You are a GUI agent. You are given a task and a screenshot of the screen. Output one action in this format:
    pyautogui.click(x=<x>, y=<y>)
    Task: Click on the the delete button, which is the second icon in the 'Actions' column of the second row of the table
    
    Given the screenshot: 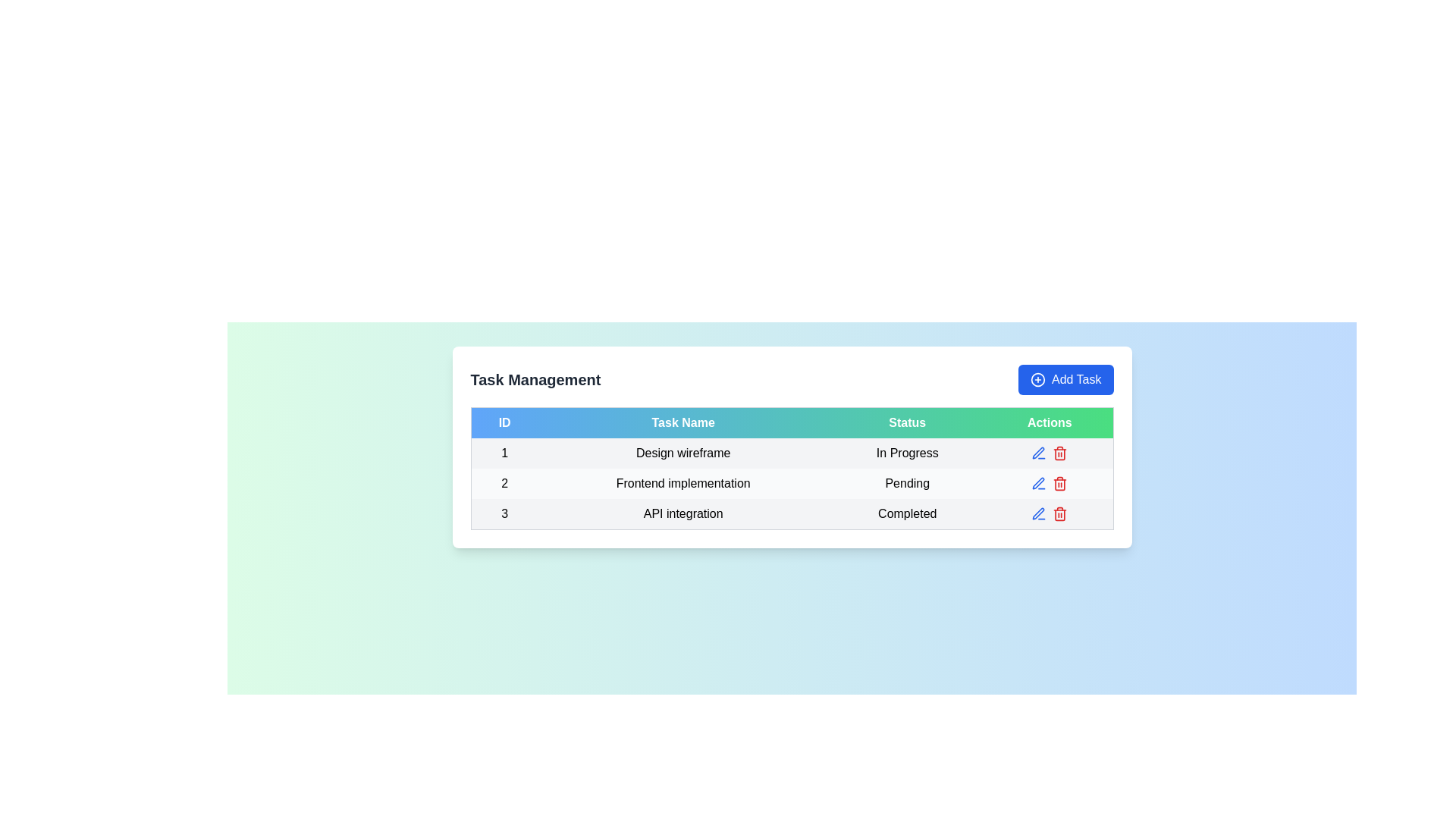 What is the action you would take?
    pyautogui.click(x=1059, y=483)
    